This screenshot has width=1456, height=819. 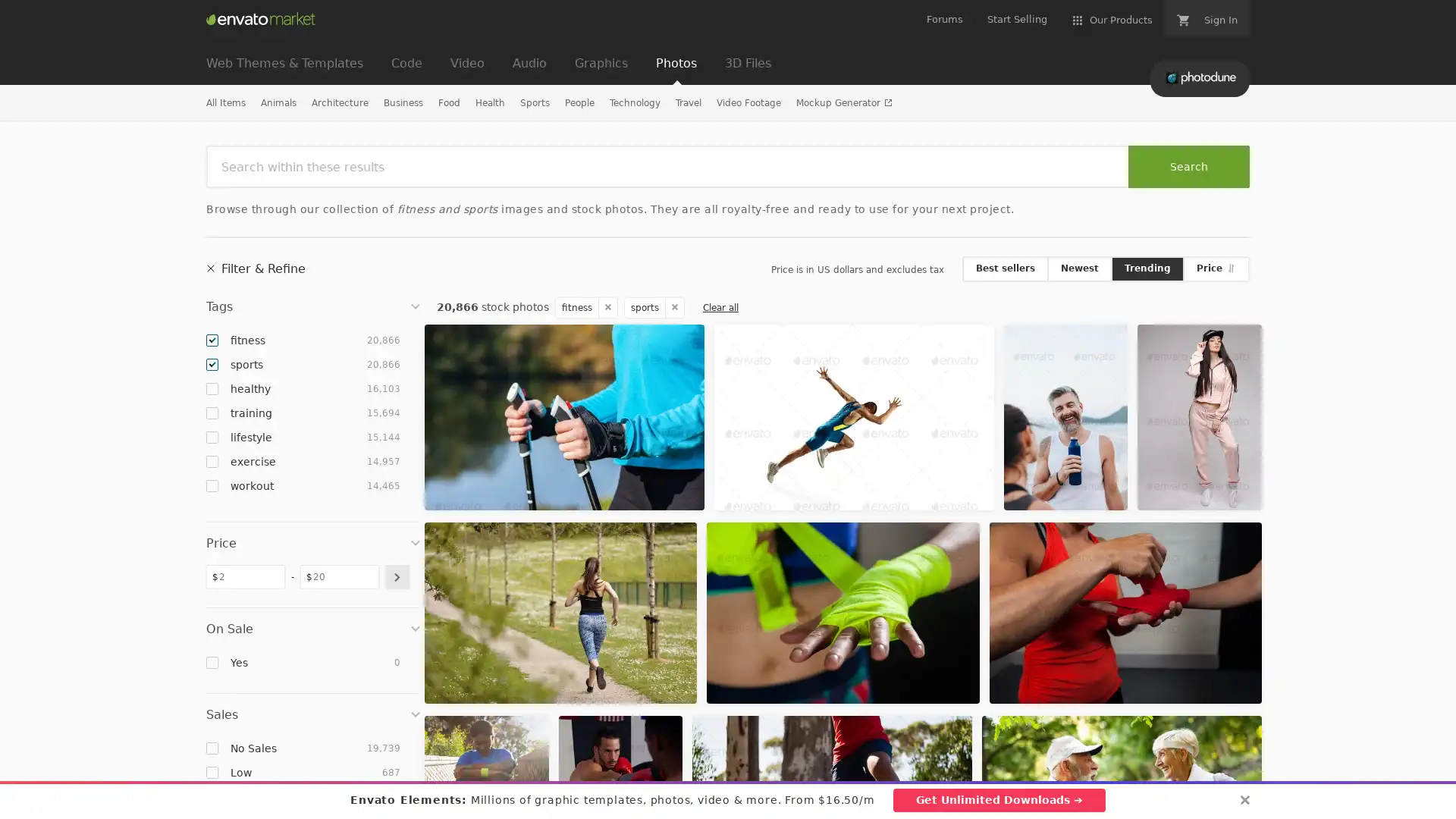 I want to click on Add to Favorites, so click(x=952, y=734).